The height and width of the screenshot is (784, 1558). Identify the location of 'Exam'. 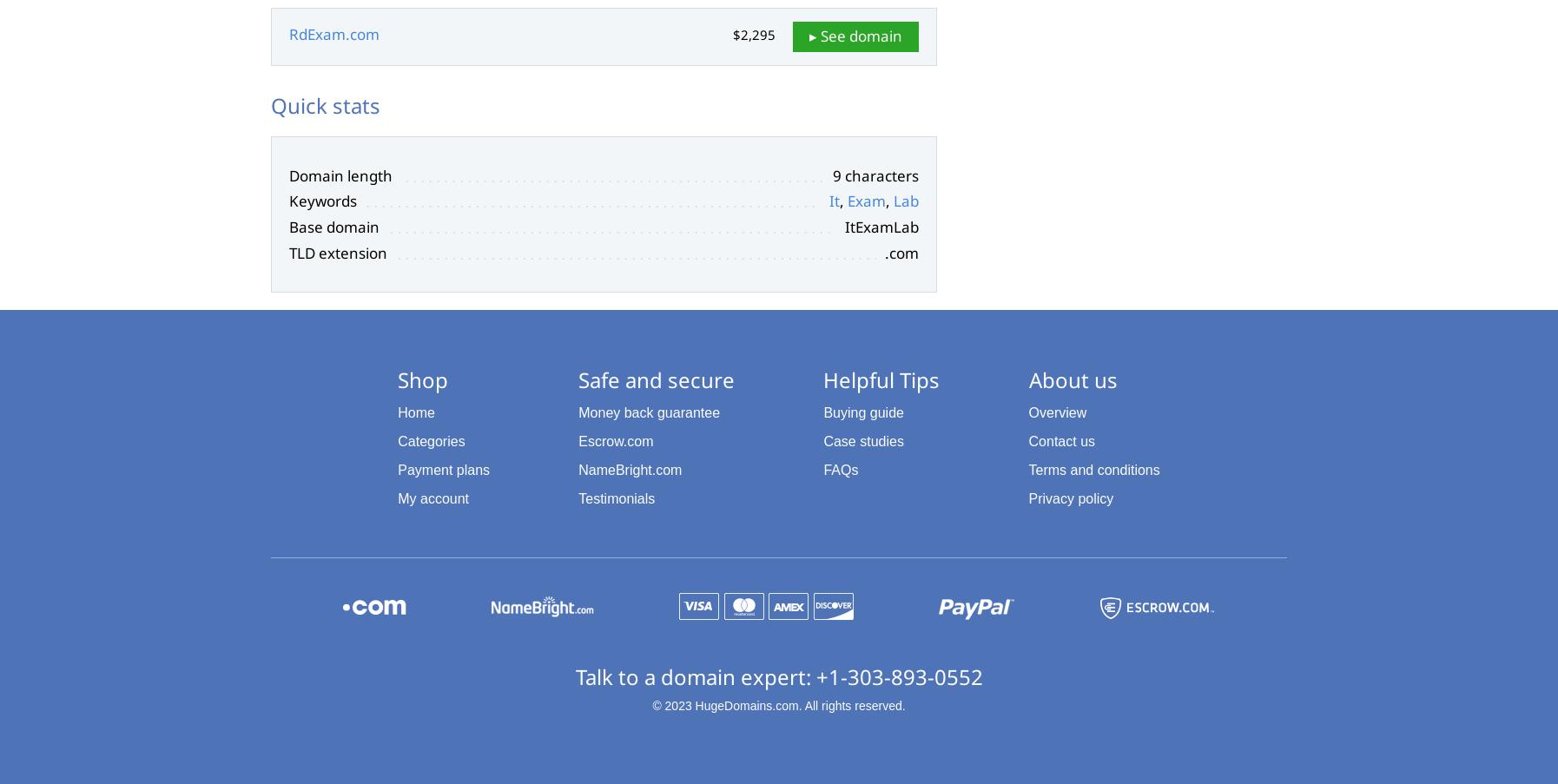
(846, 201).